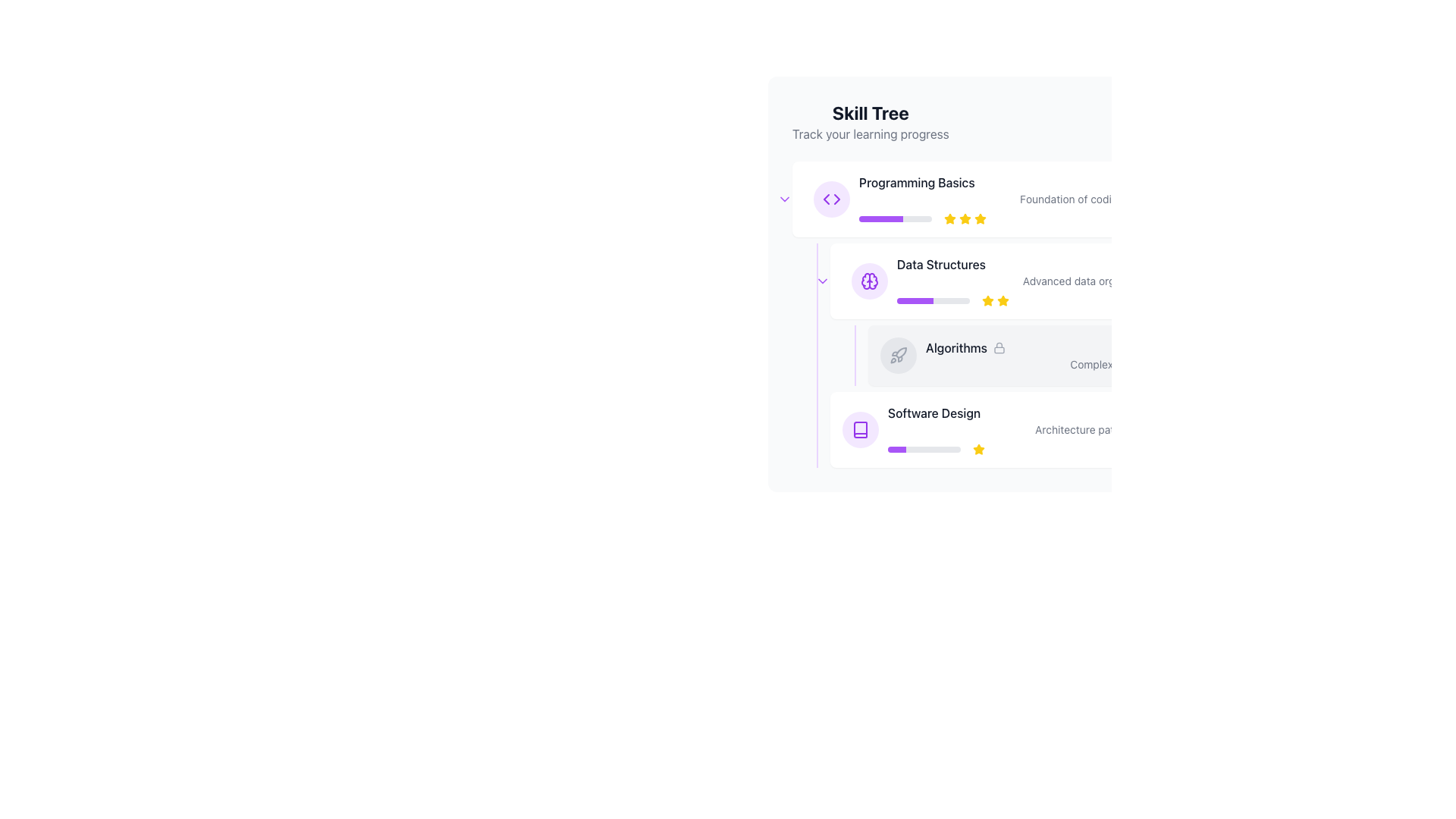  I want to click on the progress bar with a yellow star indicator located at the bottom of the 'Software Design' module to interpret the current progress, so click(1086, 449).